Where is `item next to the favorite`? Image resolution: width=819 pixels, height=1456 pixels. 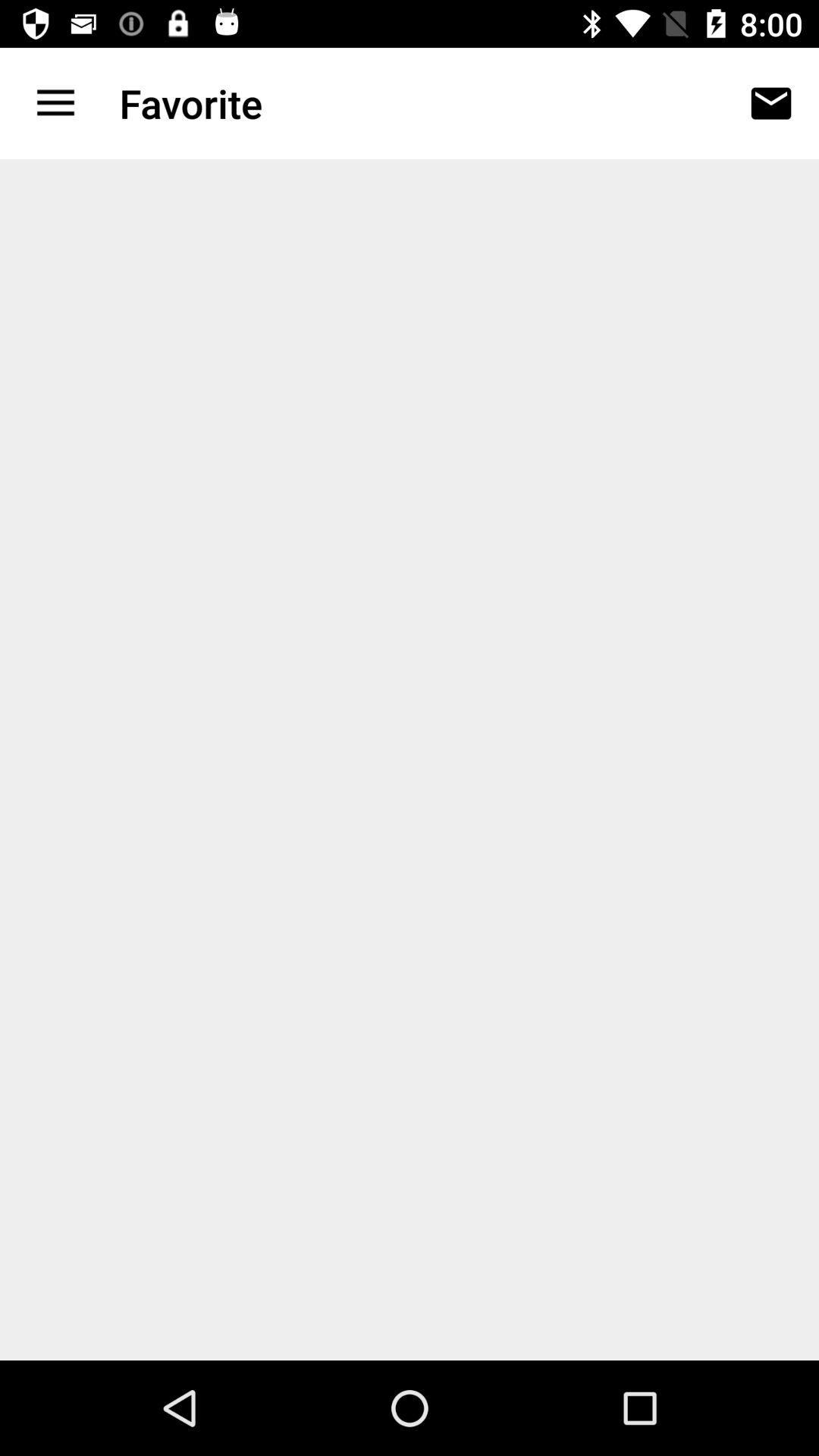 item next to the favorite is located at coordinates (55, 102).